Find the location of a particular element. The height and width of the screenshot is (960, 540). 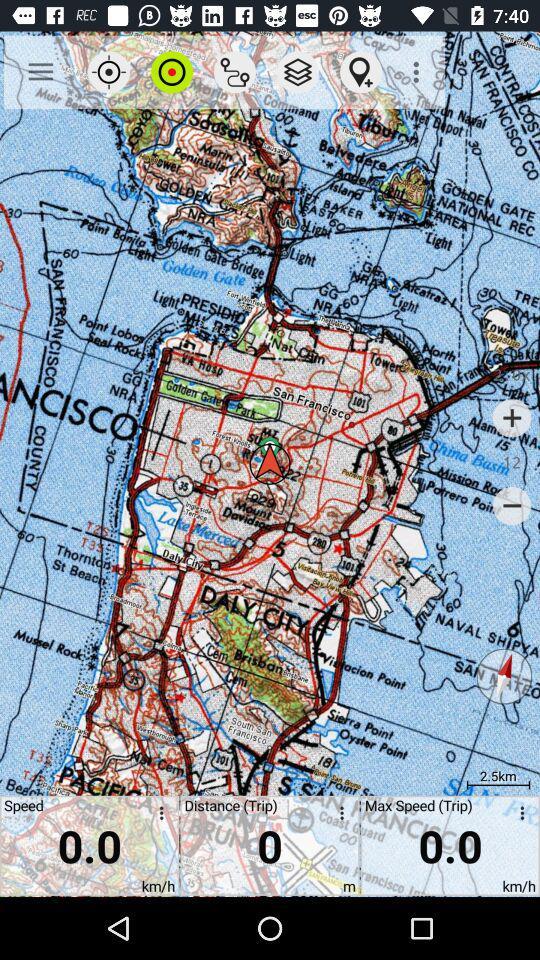

the item above max speed (trip) item is located at coordinates (503, 676).